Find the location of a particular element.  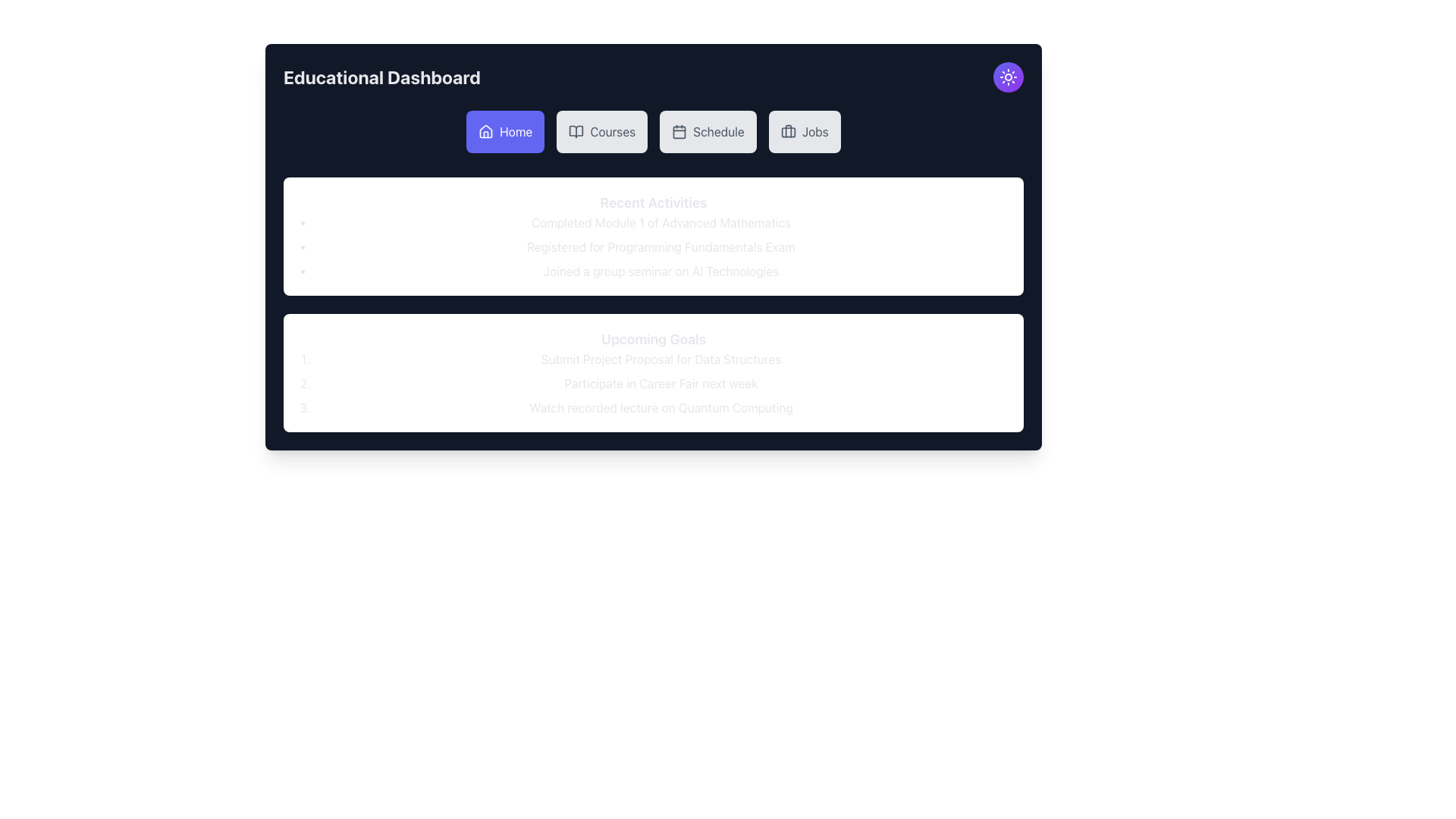

the open book icon located to the left of the 'Courses' text in the button with rounded corners is located at coordinates (576, 130).